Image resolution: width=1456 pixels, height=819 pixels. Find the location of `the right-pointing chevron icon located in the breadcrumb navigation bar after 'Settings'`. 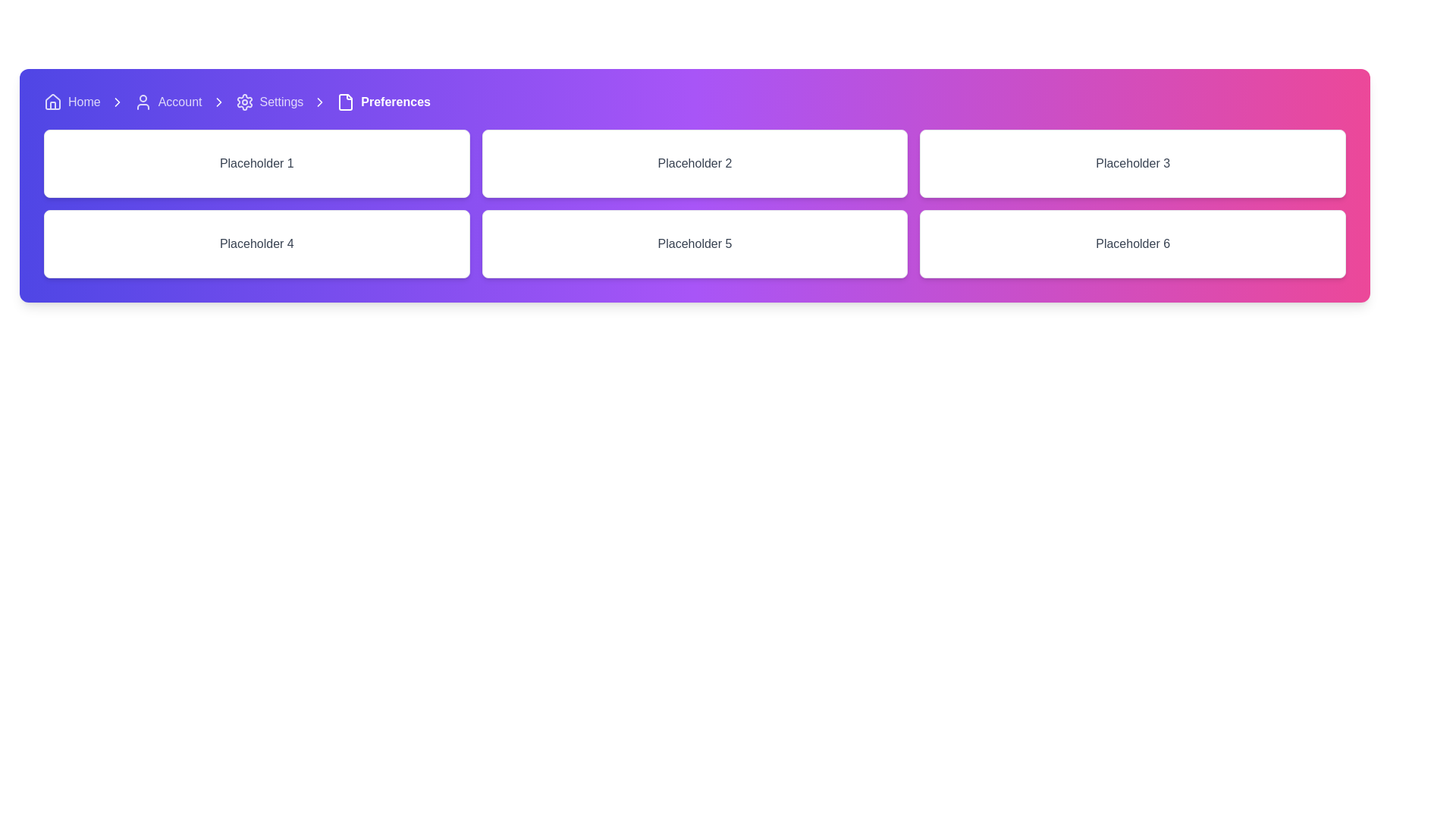

the right-pointing chevron icon located in the breadcrumb navigation bar after 'Settings' is located at coordinates (319, 102).